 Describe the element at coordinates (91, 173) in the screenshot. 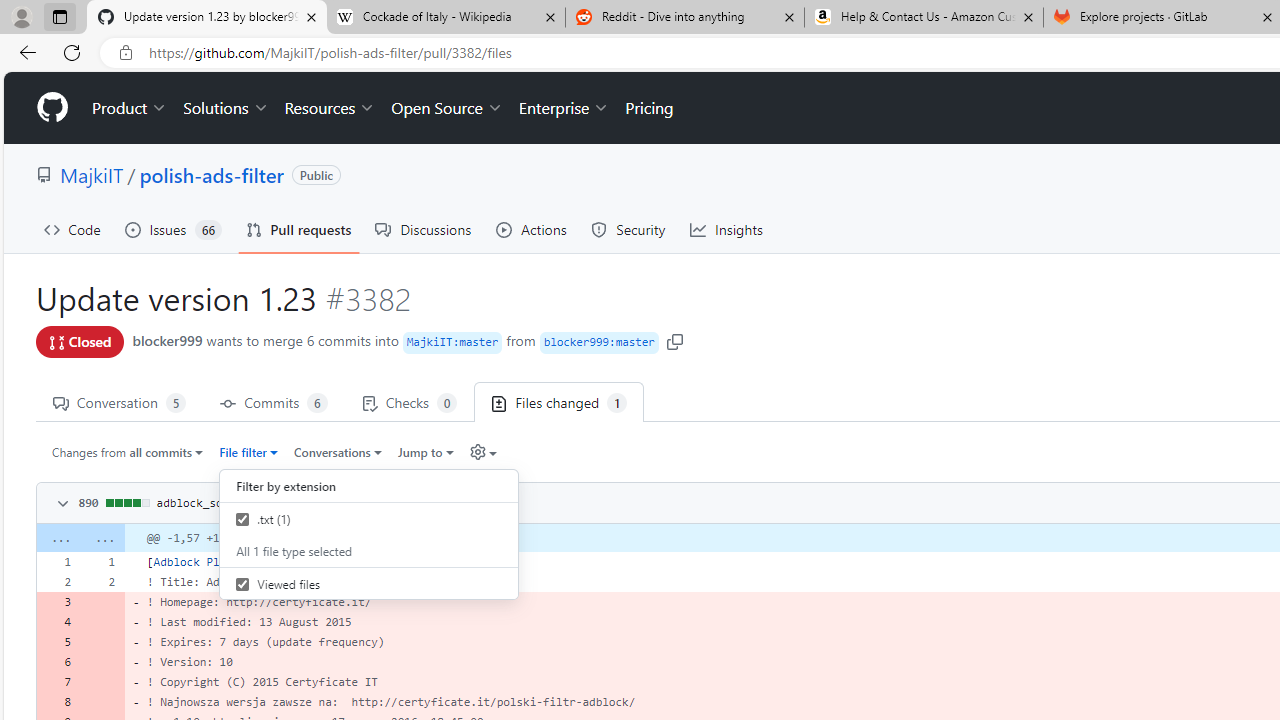

I see `'MajkiIT'` at that location.